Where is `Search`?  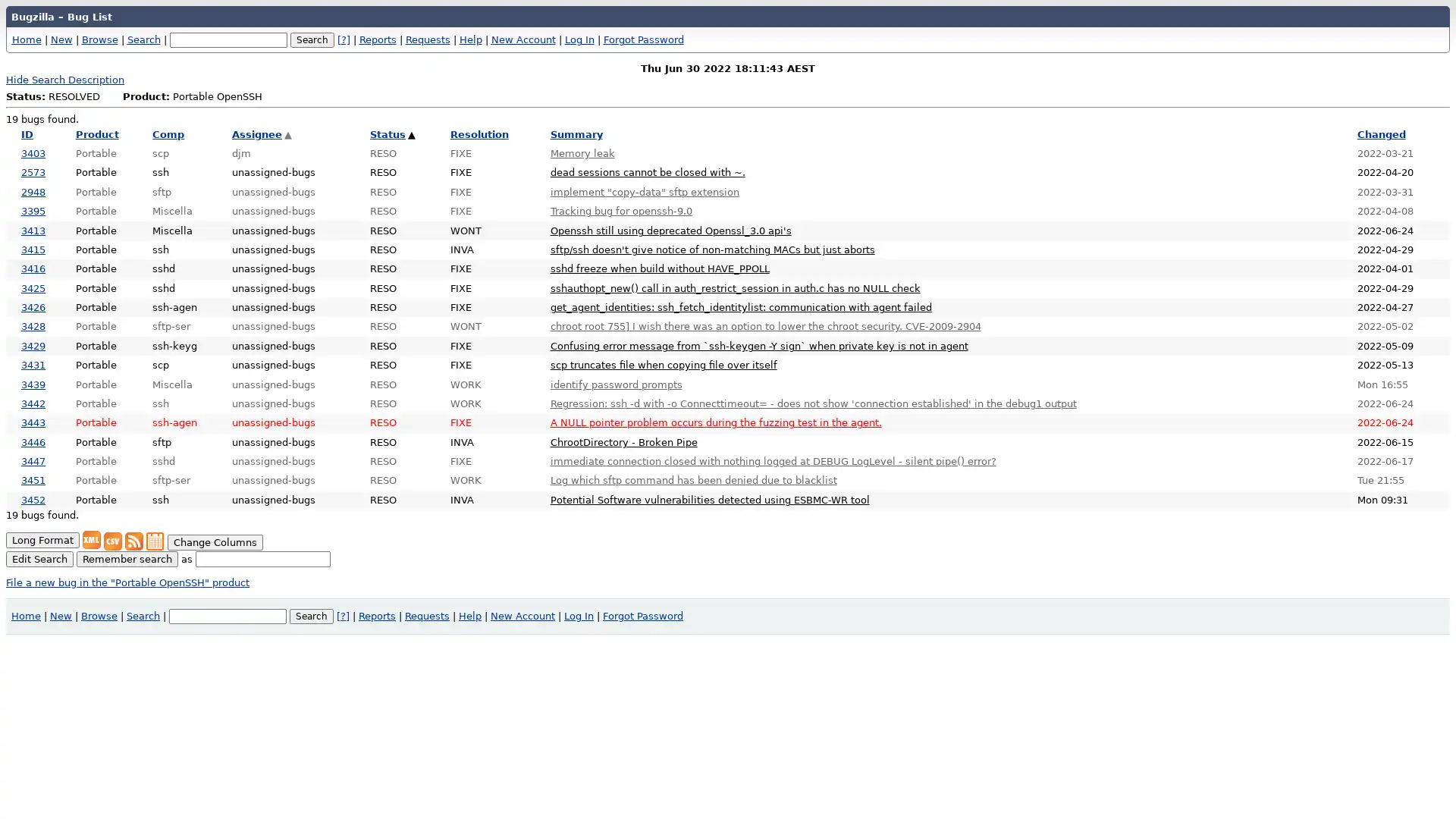
Search is located at coordinates (311, 617).